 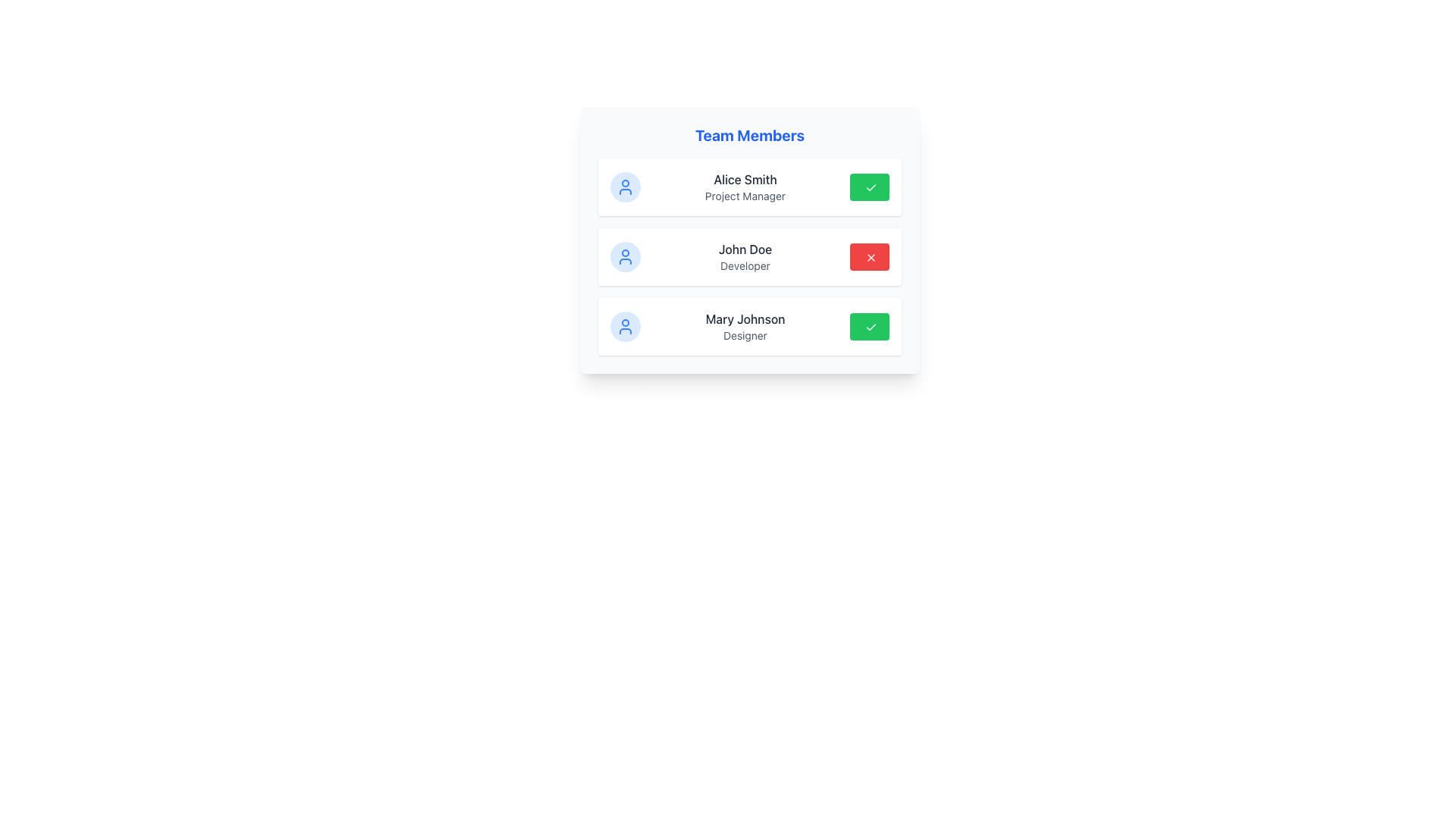 What do you see at coordinates (626, 326) in the screenshot?
I see `the blue person silhouette icon located on the leftmost side of the third row in the team members list` at bounding box center [626, 326].